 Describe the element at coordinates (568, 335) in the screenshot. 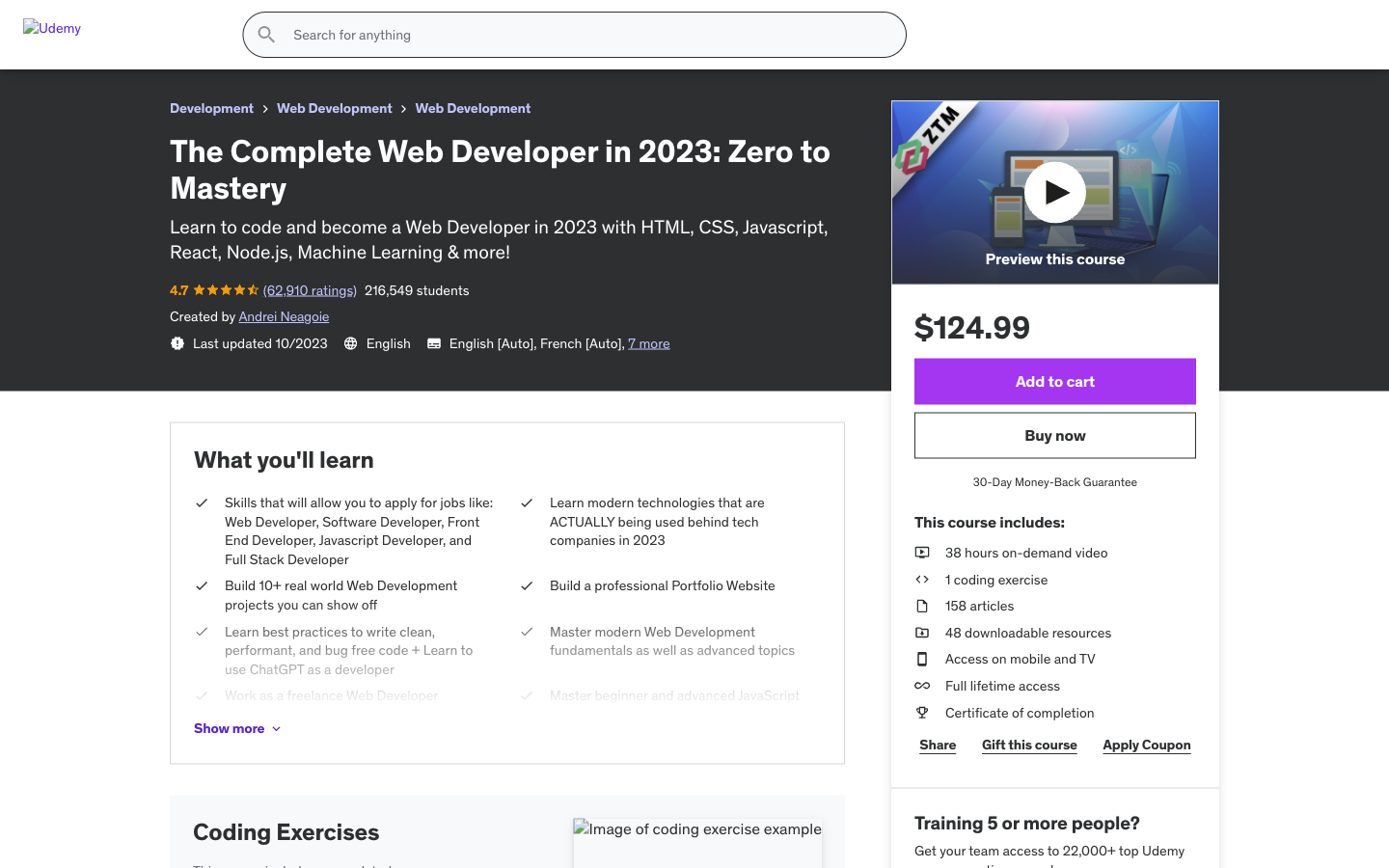

I see `Empty the tracking bar` at that location.